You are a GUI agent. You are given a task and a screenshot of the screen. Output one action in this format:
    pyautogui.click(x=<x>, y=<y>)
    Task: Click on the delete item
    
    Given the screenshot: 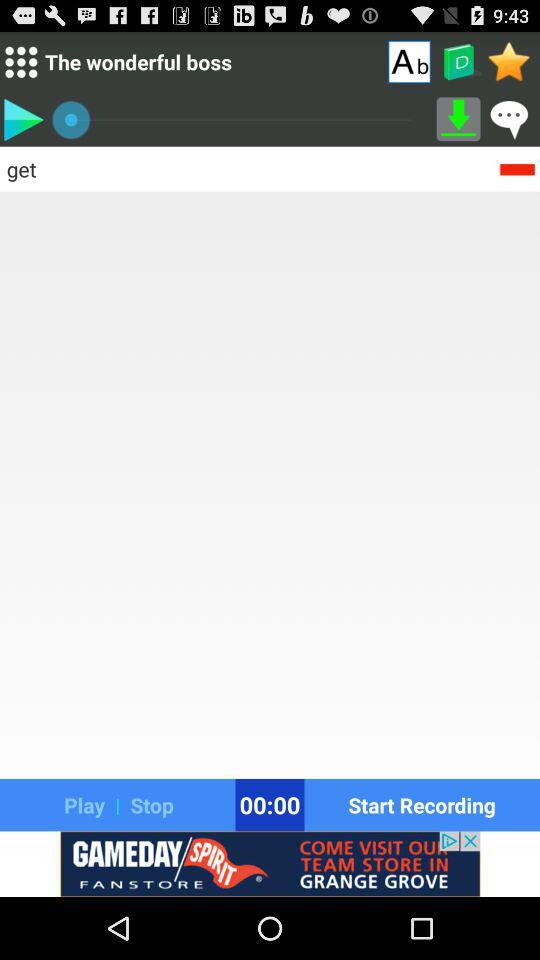 What is the action you would take?
    pyautogui.click(x=517, y=167)
    